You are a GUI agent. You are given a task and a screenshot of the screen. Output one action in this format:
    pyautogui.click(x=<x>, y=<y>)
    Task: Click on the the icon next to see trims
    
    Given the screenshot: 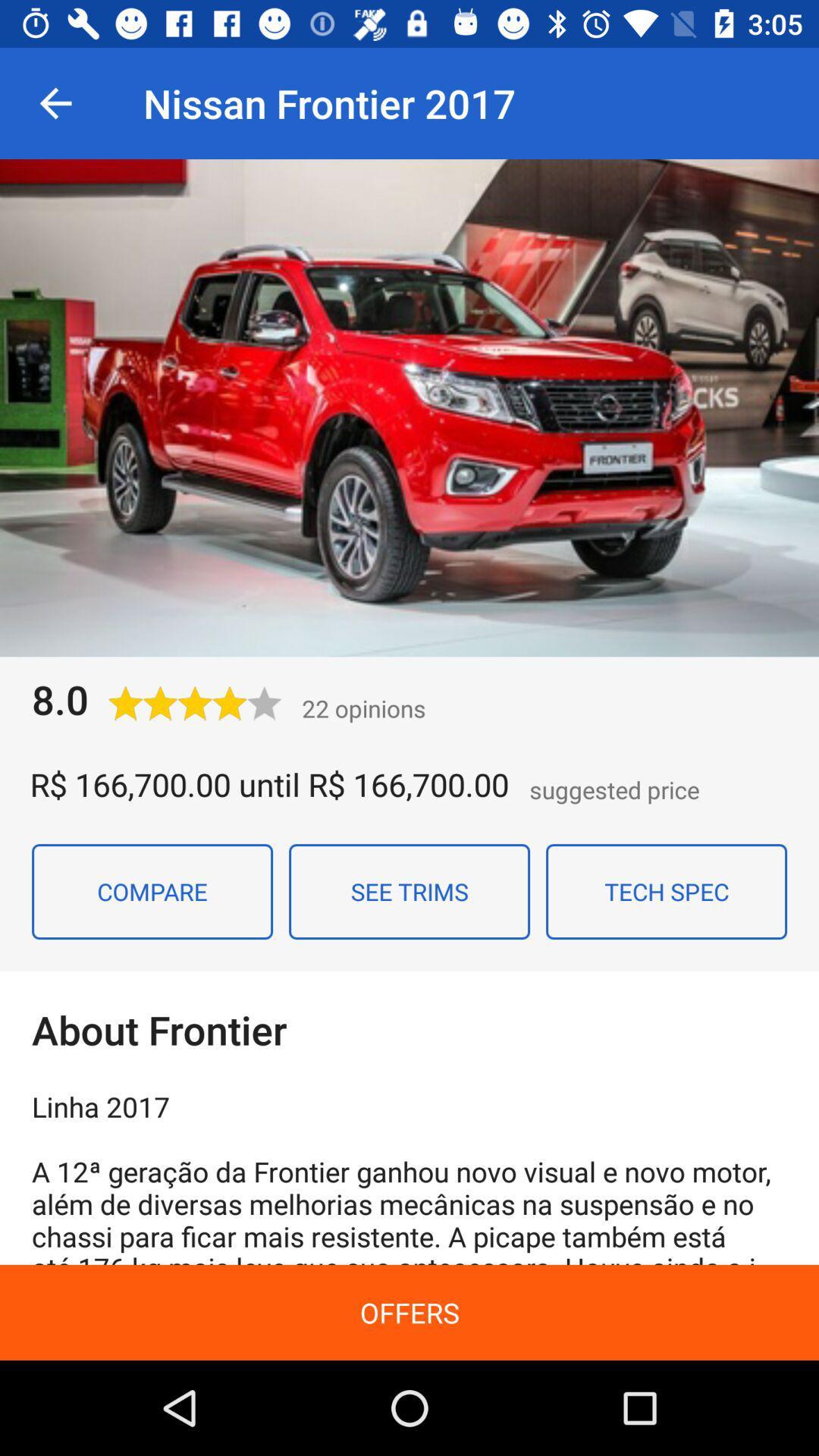 What is the action you would take?
    pyautogui.click(x=666, y=892)
    